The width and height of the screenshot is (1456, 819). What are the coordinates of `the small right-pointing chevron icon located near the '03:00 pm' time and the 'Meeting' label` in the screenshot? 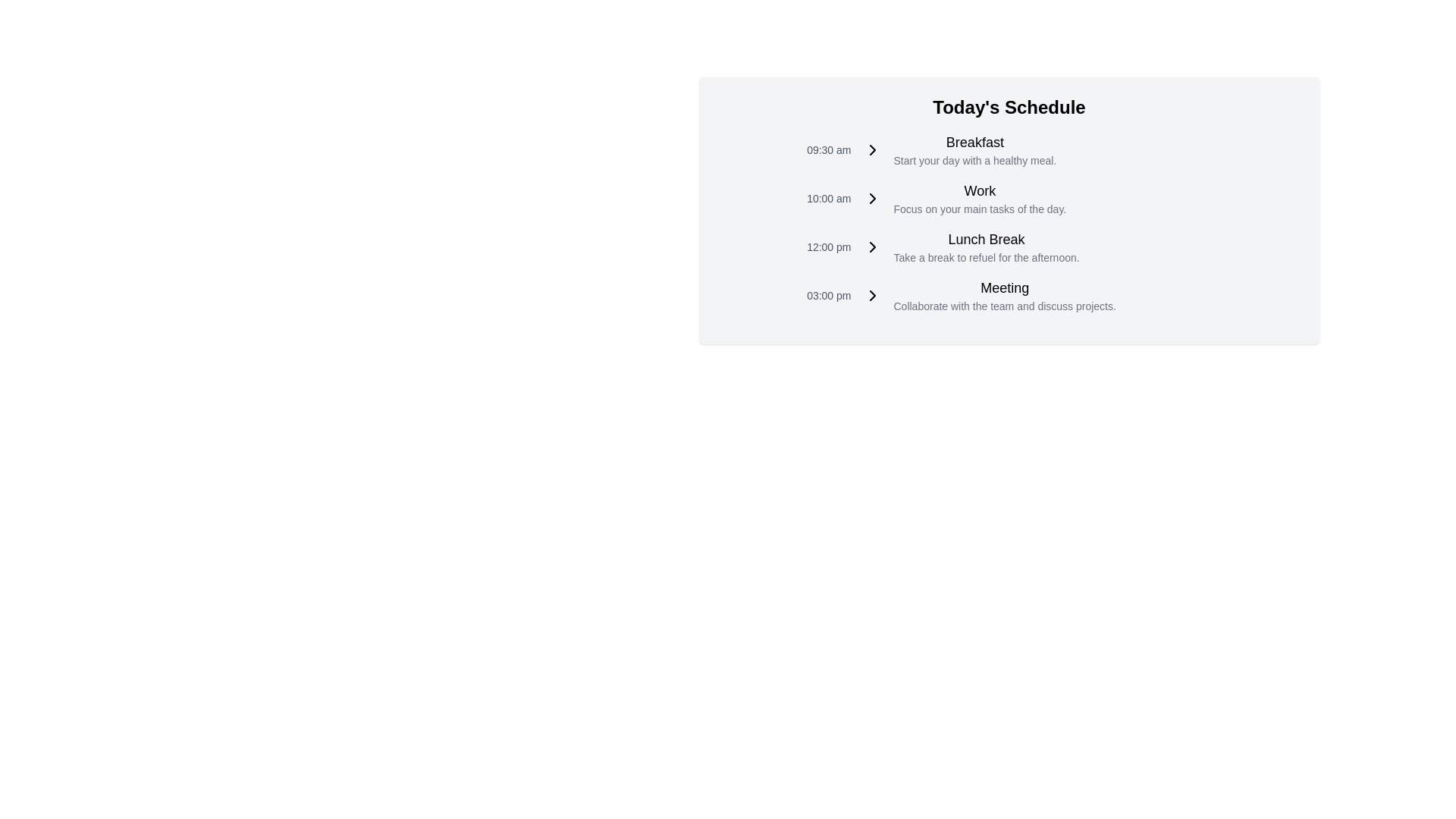 It's located at (872, 295).